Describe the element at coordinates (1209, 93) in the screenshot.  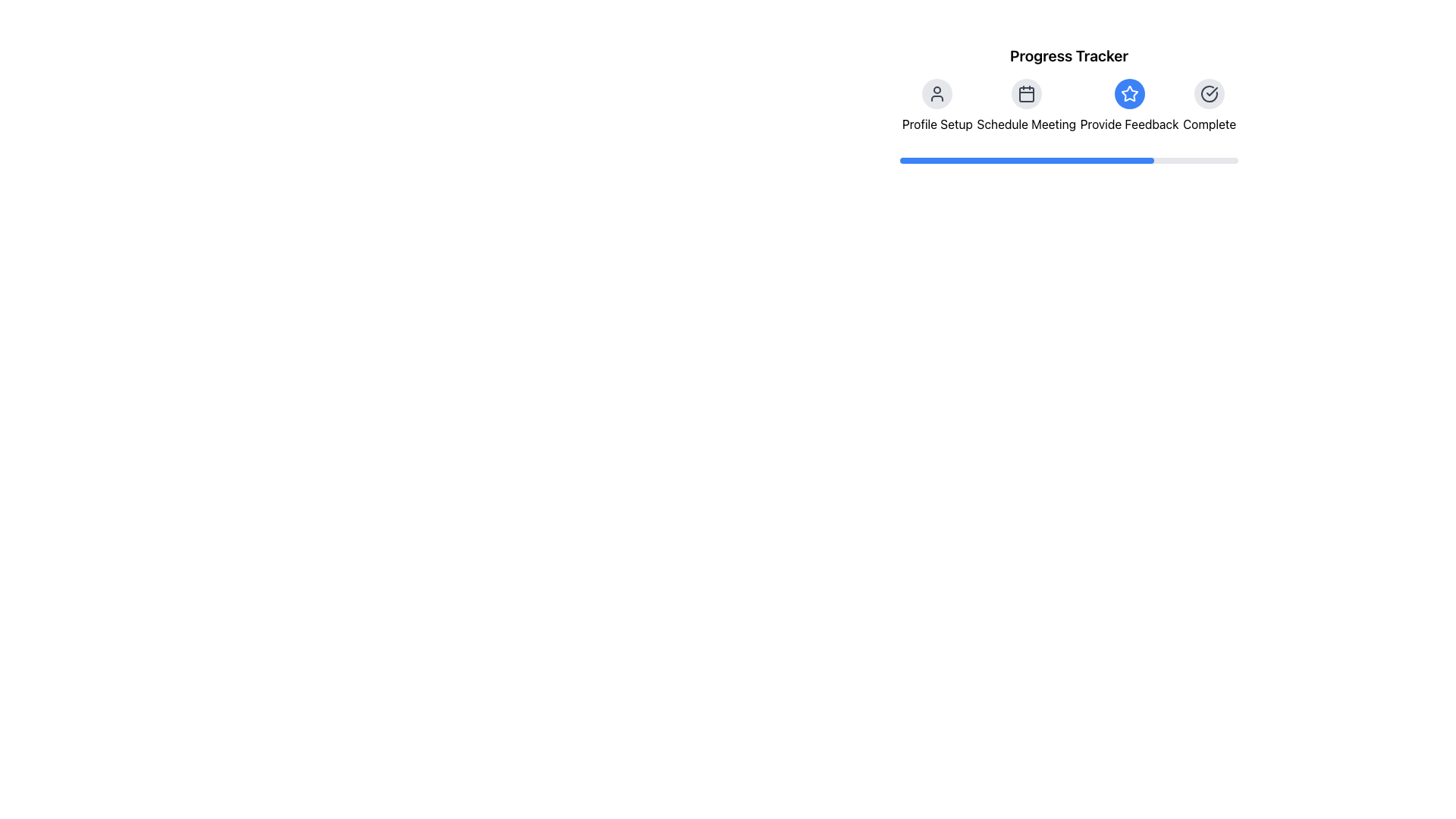
I see `the 'Complete' button in the progress tracker` at that location.